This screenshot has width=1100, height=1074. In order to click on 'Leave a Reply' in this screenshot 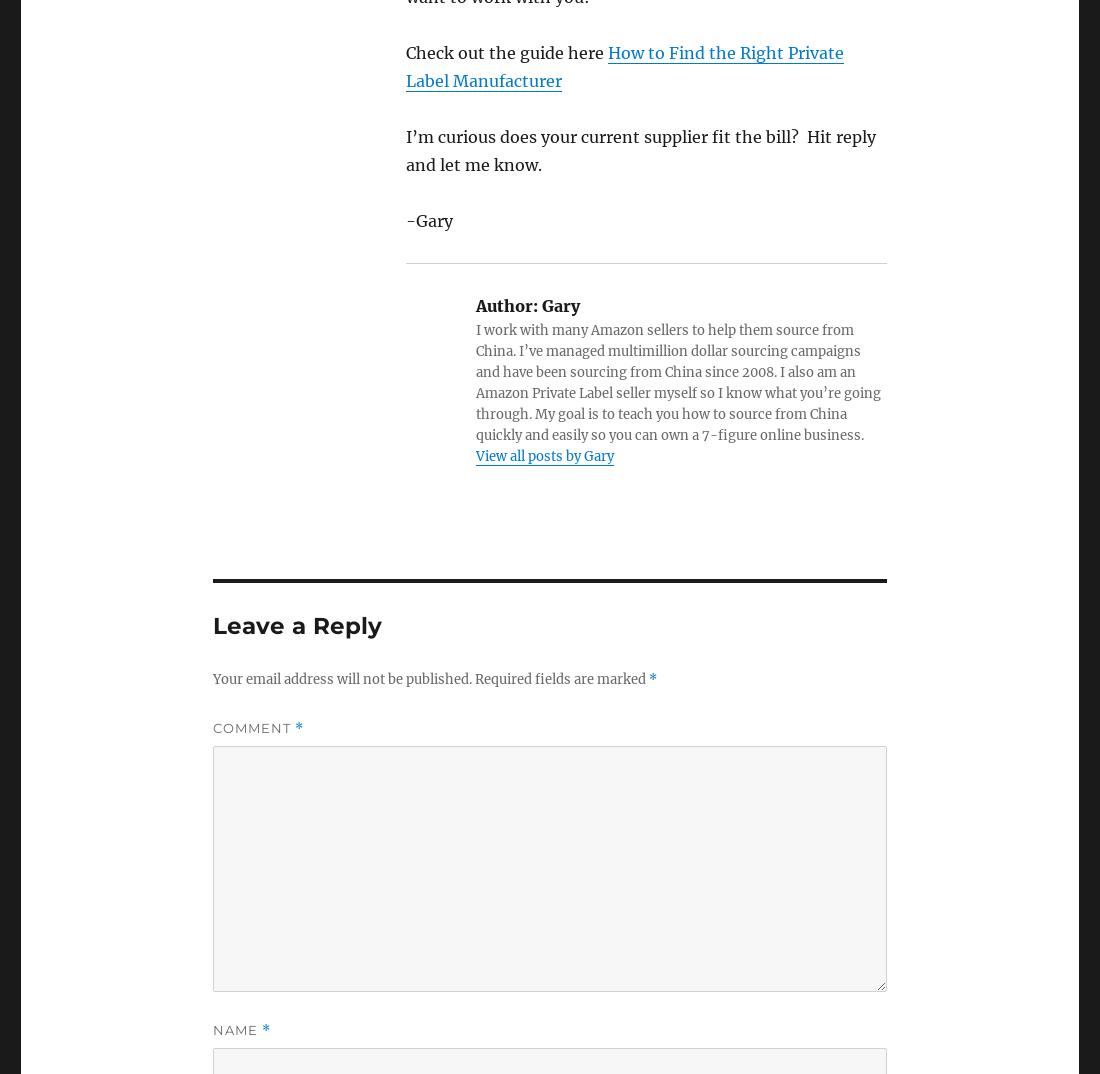, I will do `click(296, 624)`.